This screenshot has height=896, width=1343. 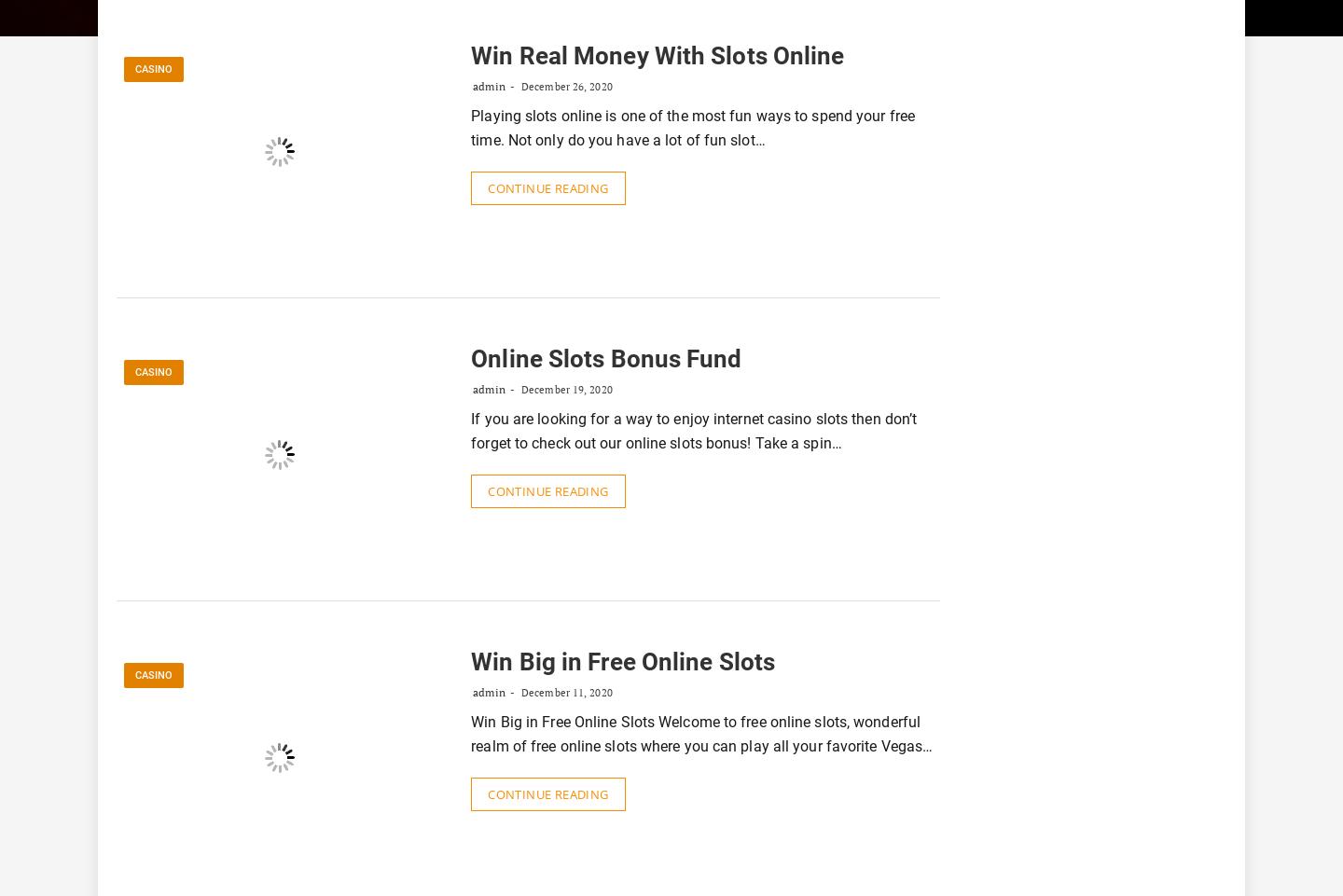 I want to click on 'Playing slots online is one of the most fun ways to spend your free time. Not only do you have a lot of fun slot…', so click(x=691, y=126).